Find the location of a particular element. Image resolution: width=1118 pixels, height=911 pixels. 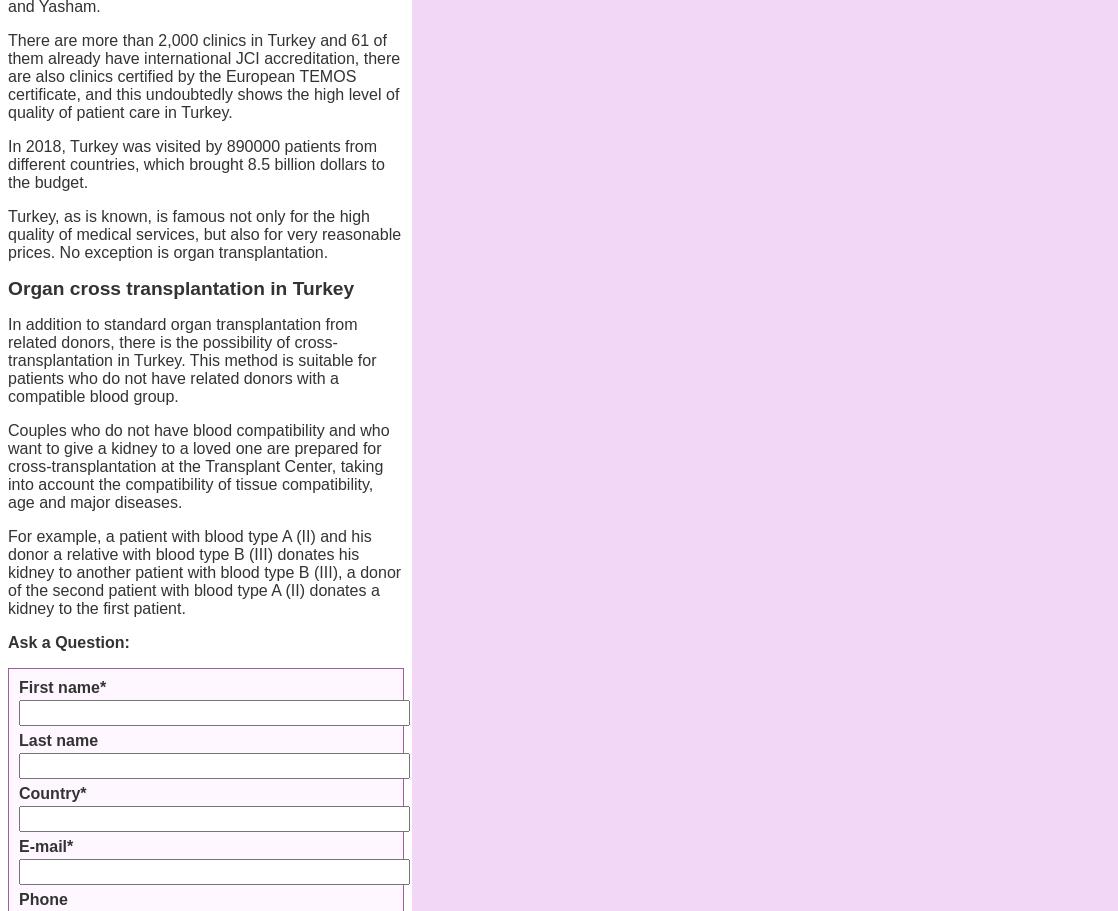

'E-mail*' is located at coordinates (45, 845).